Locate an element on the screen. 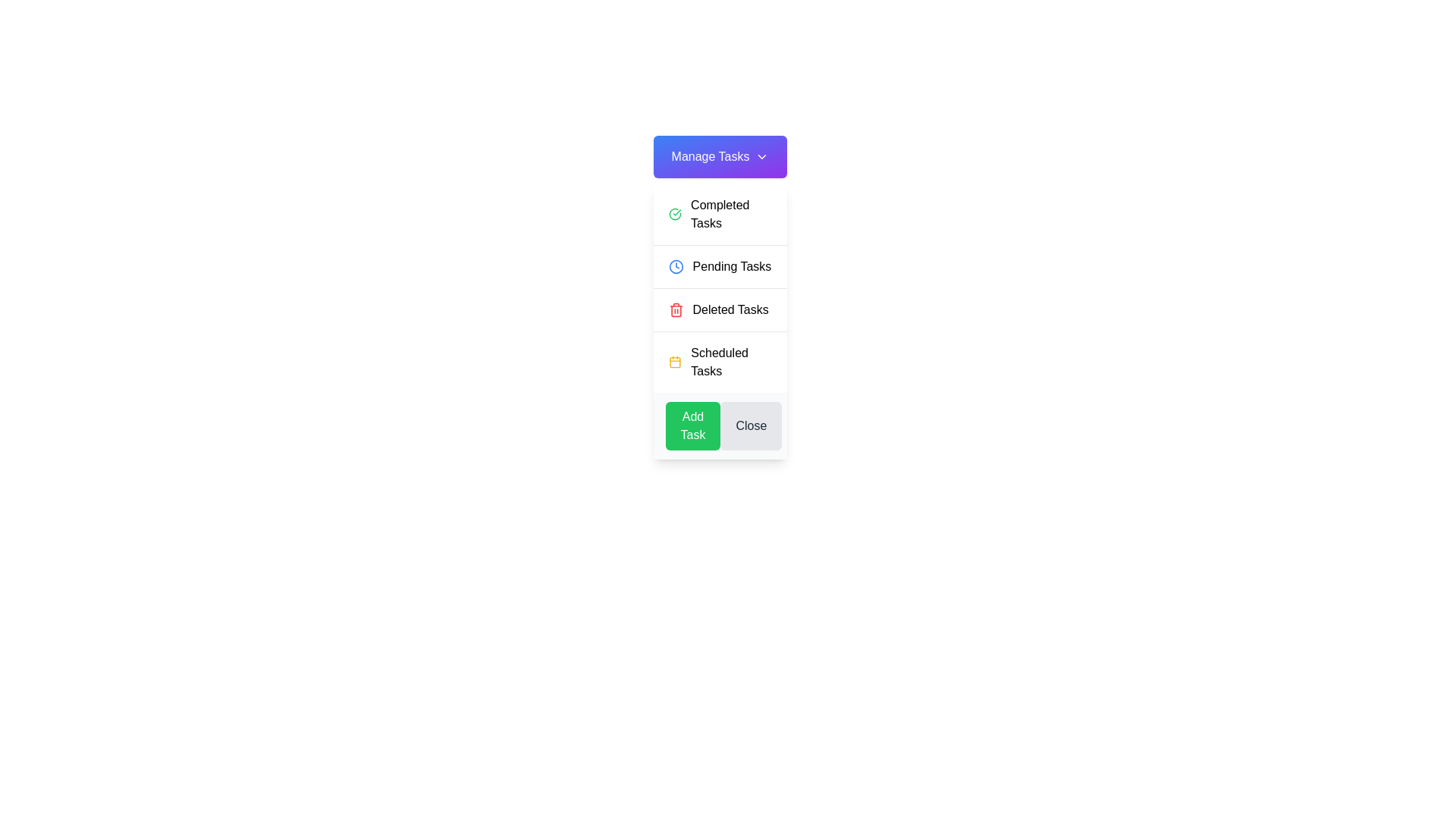 The height and width of the screenshot is (819, 1456). properties of the clock icon, which is a small blue SVG graphic with clock hands, located next to the 'Pending Tasks' text in the second row of the vertical menu under 'Manage Tasks' is located at coordinates (675, 265).